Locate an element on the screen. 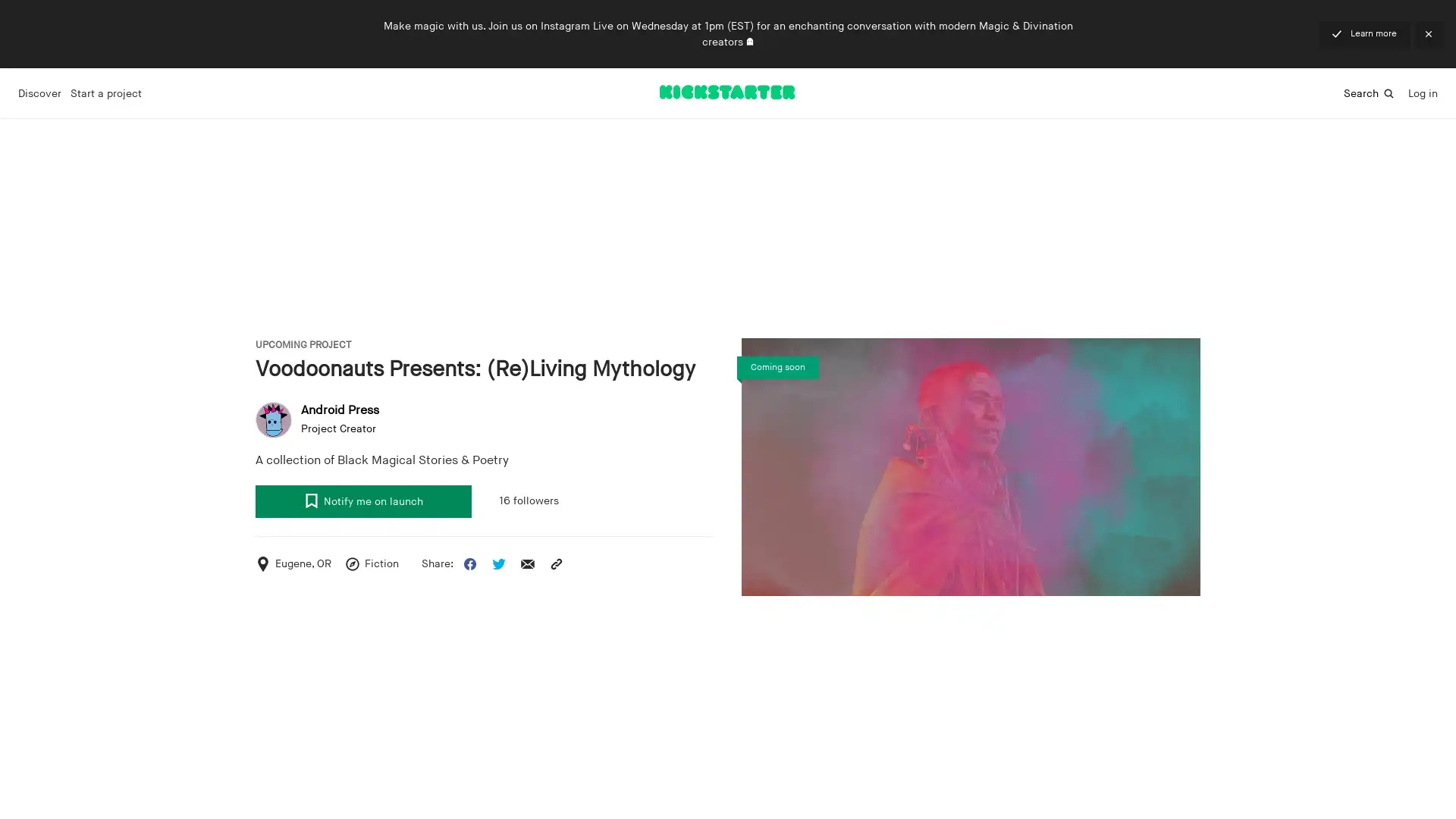  Search is located at coordinates (1369, 93).